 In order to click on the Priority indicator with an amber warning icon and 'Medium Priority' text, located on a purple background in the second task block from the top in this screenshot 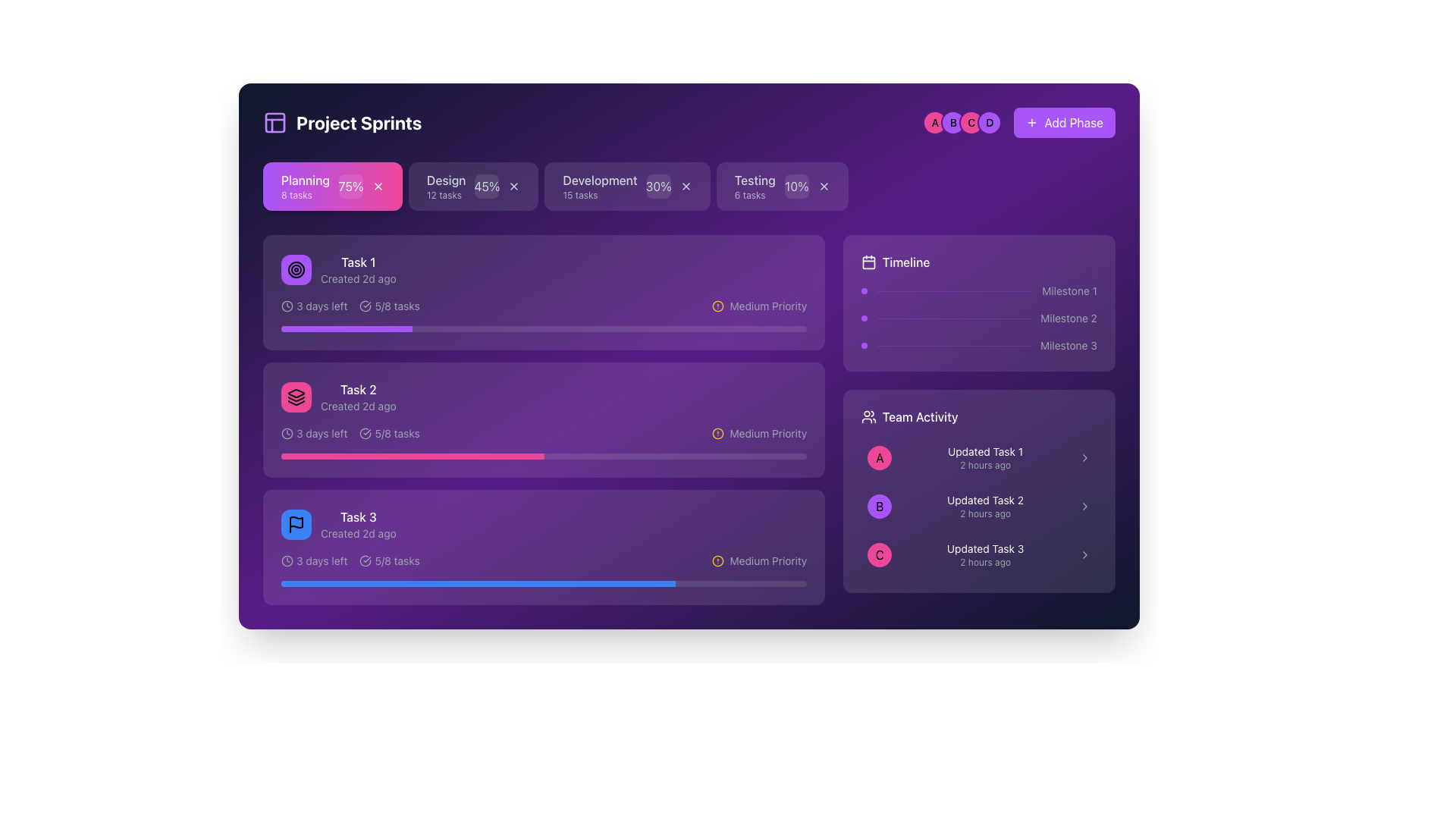, I will do `click(759, 306)`.